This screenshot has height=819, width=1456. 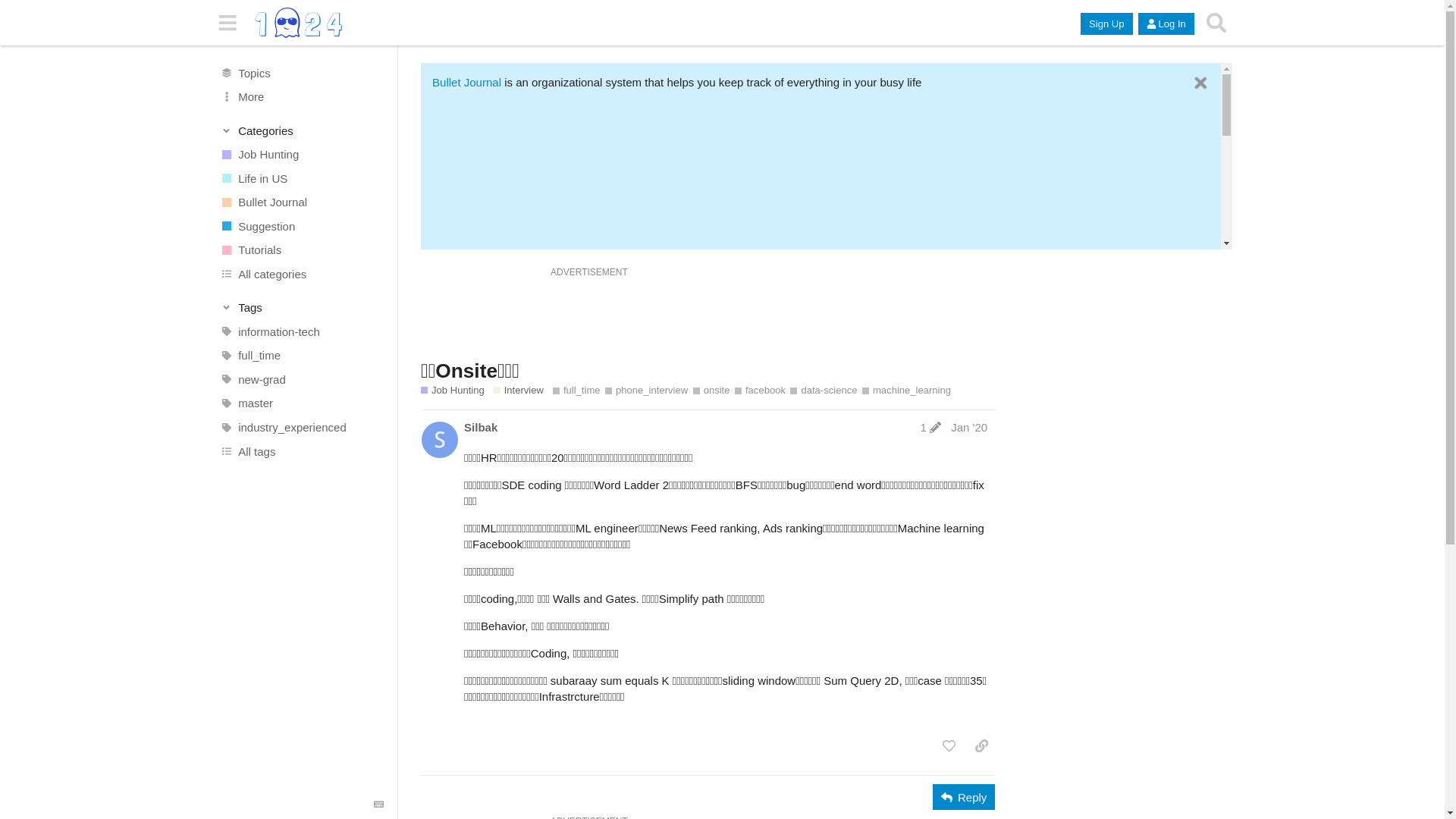 I want to click on 'All tags', so click(x=301, y=450).